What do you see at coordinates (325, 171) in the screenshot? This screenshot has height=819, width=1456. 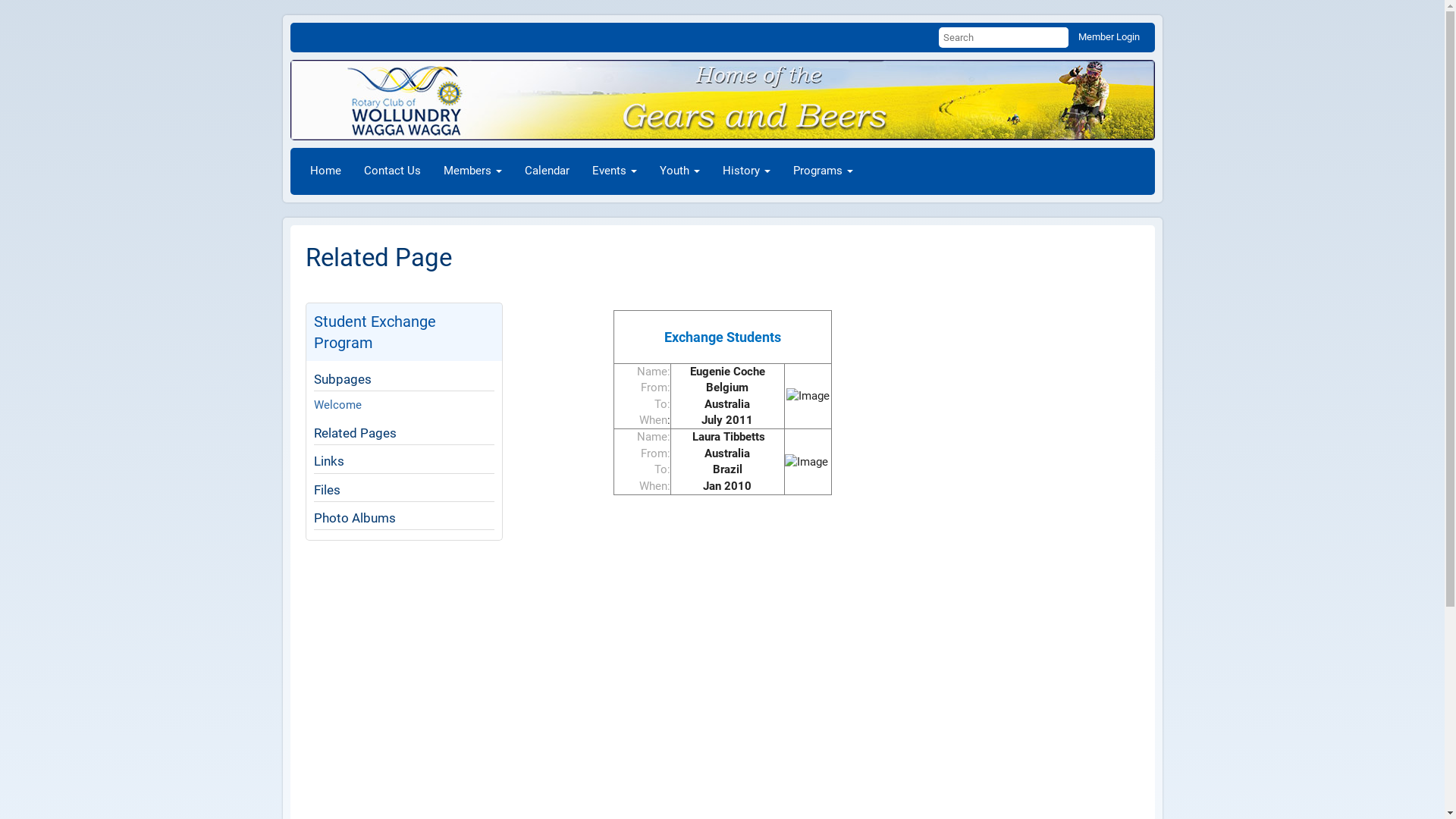 I see `'Home'` at bounding box center [325, 171].